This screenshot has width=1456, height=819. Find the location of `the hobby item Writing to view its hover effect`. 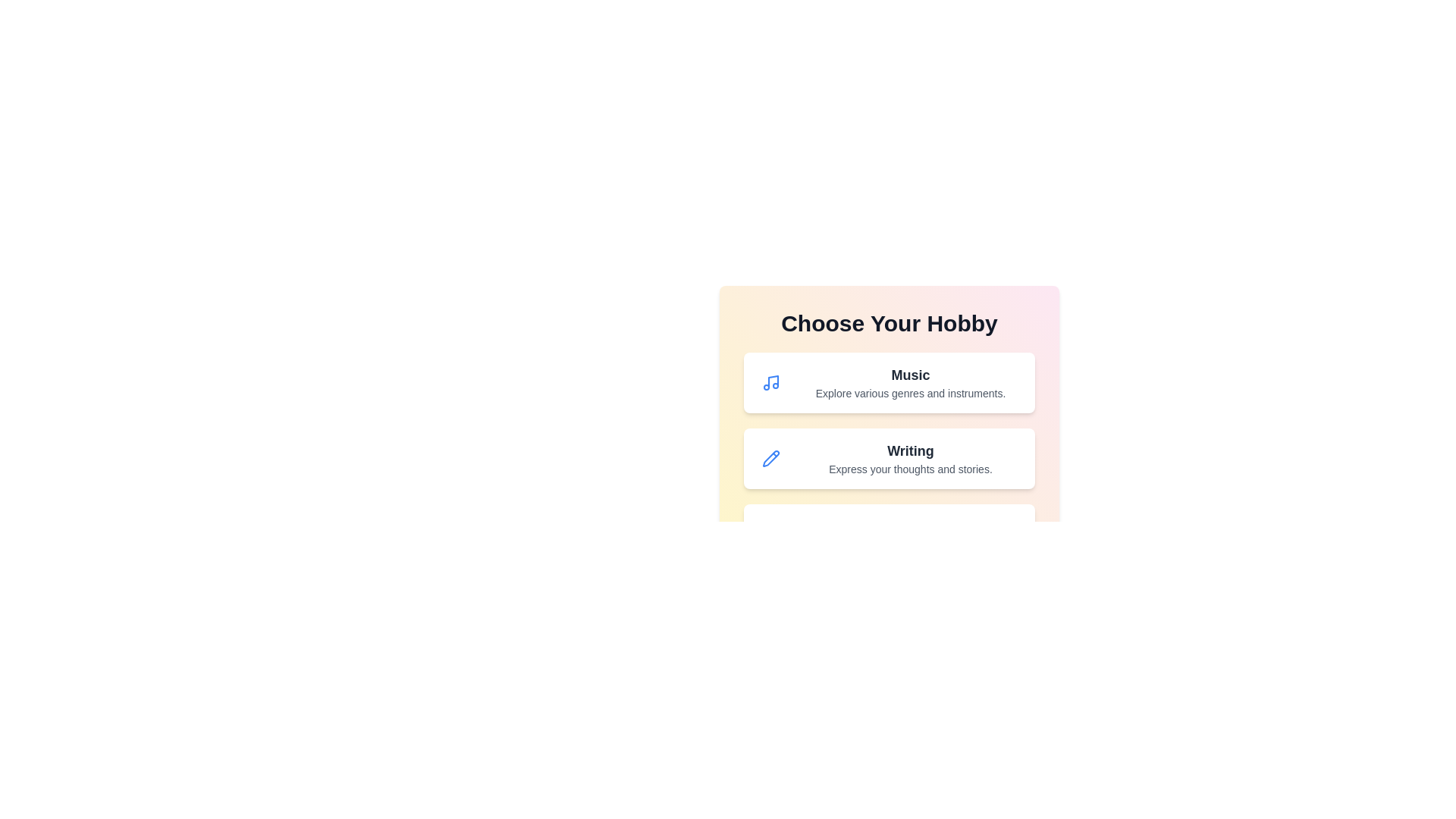

the hobby item Writing to view its hover effect is located at coordinates (889, 458).